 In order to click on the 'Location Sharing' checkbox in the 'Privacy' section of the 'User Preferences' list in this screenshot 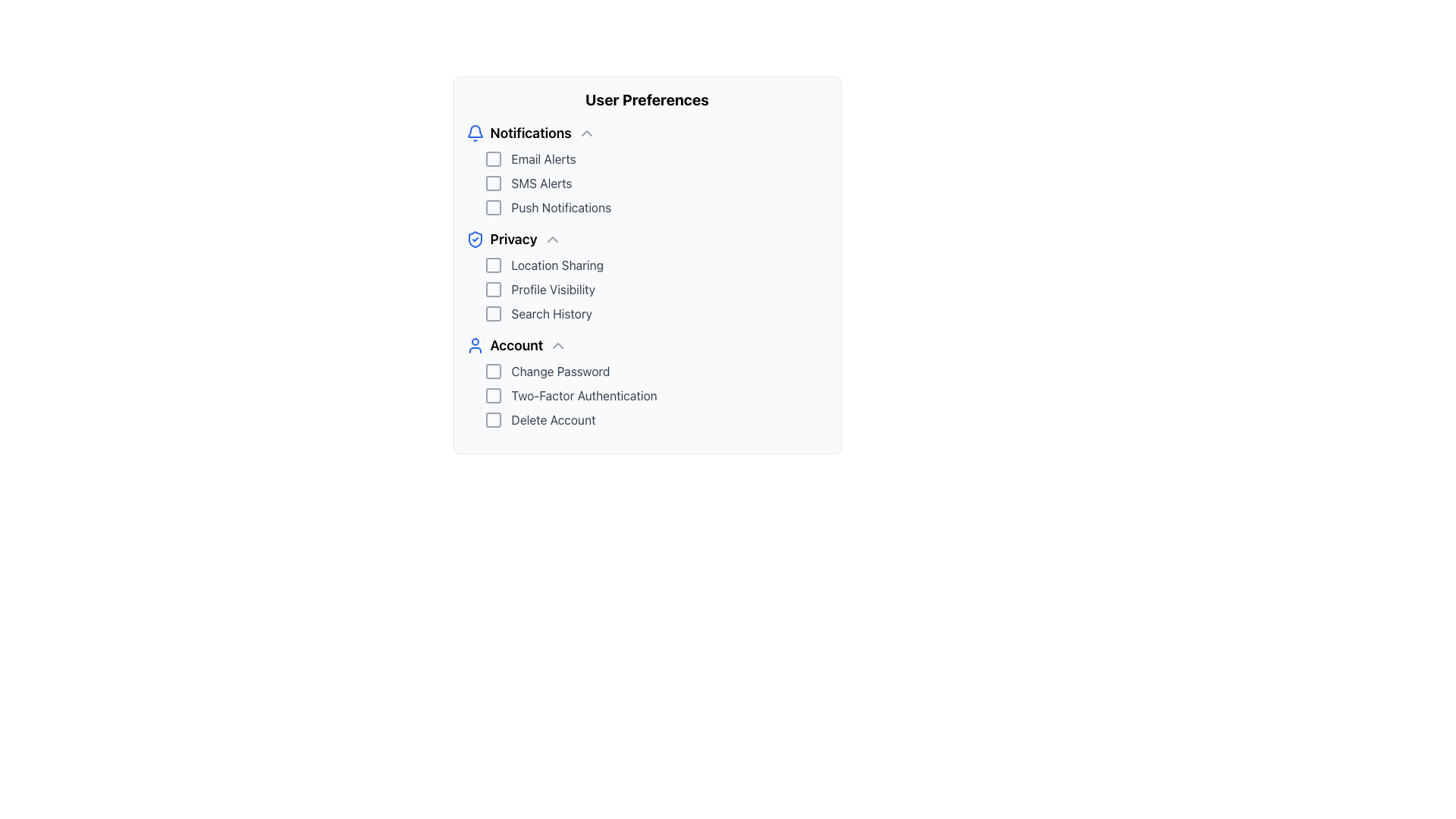, I will do `click(493, 265)`.